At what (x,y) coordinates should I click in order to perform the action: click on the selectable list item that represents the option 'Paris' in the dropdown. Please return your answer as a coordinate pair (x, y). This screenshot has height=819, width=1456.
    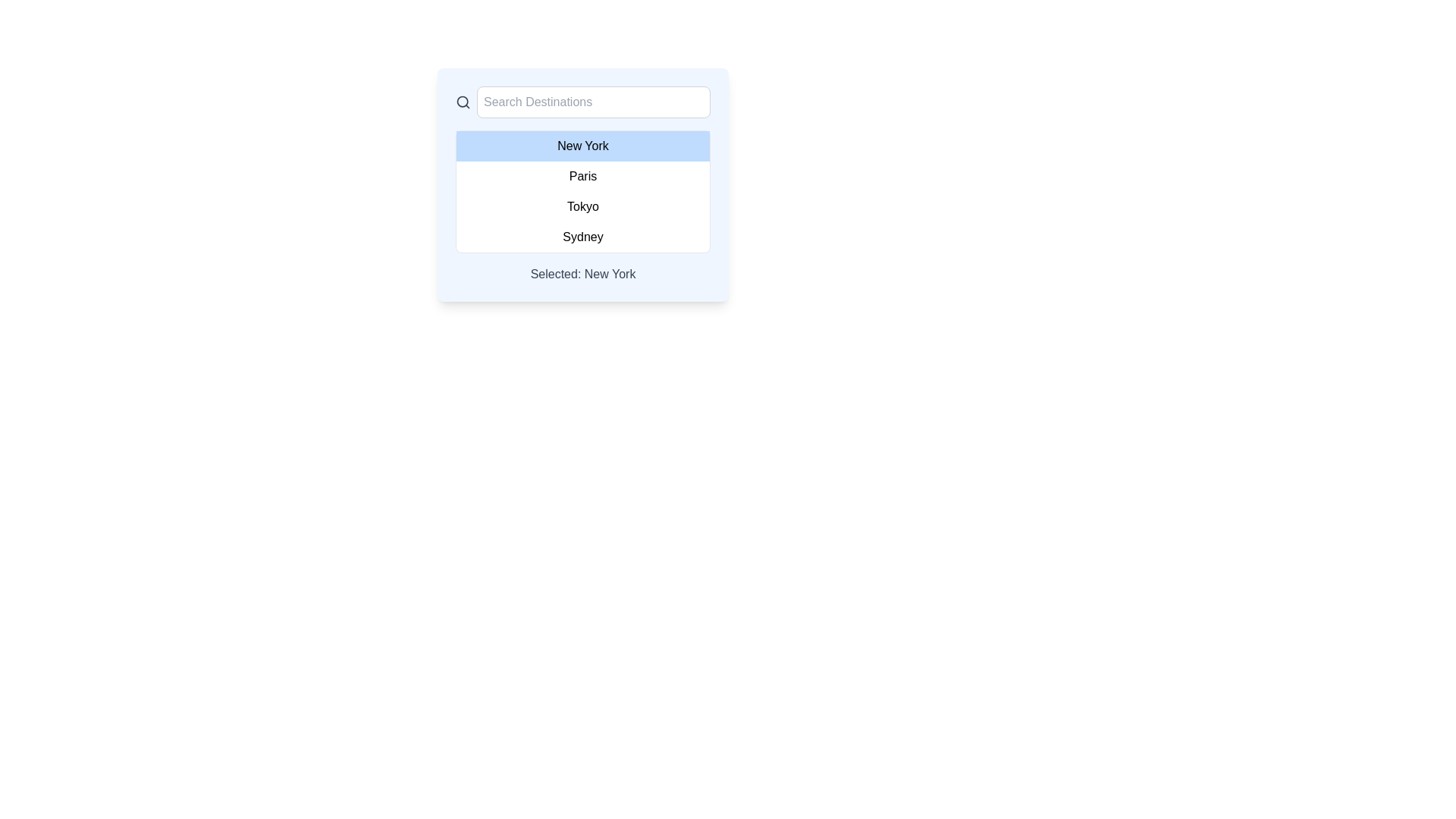
    Looking at the image, I should click on (582, 175).